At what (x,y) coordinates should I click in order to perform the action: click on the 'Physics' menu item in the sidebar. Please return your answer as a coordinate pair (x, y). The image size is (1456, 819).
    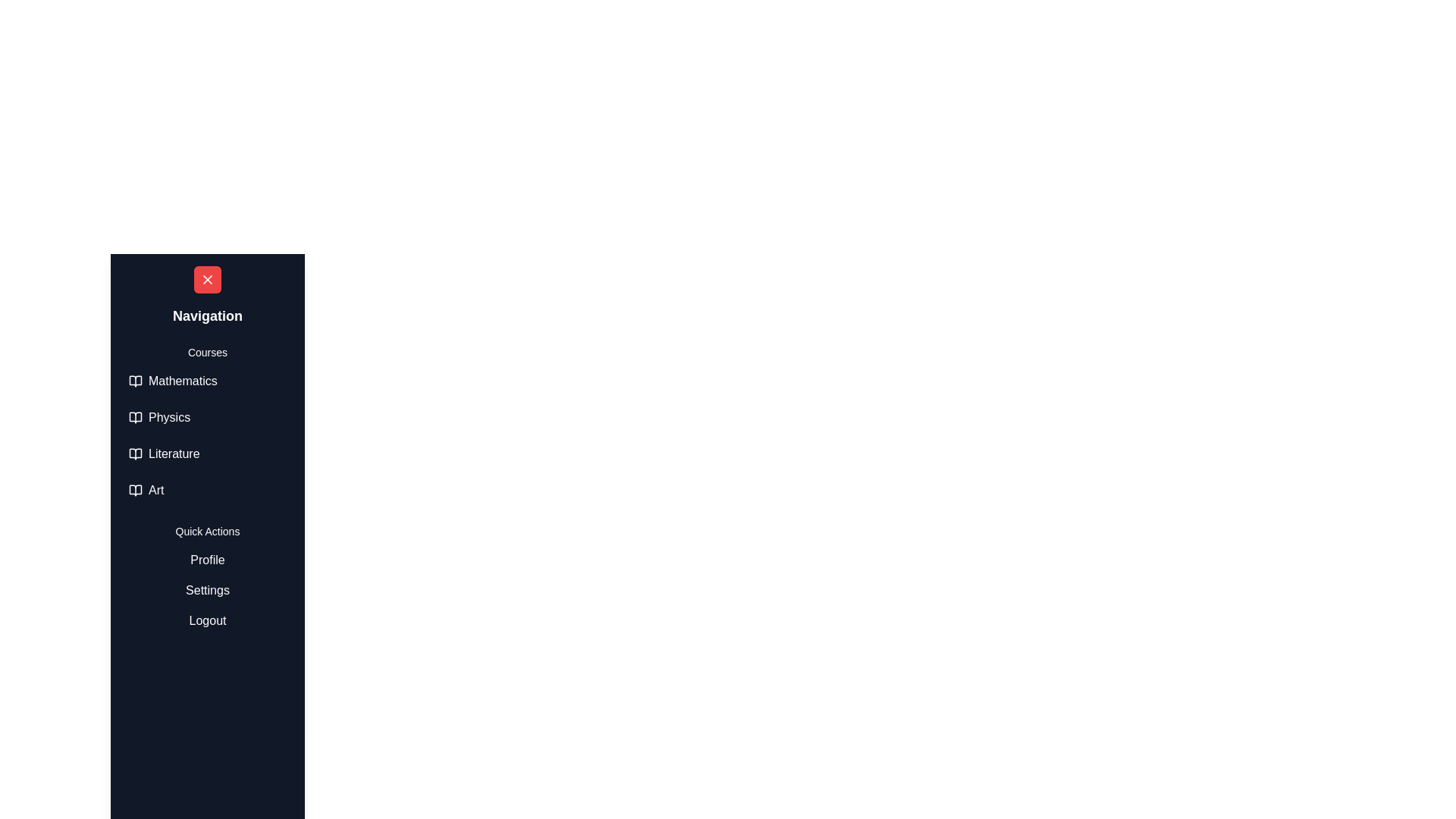
    Looking at the image, I should click on (206, 425).